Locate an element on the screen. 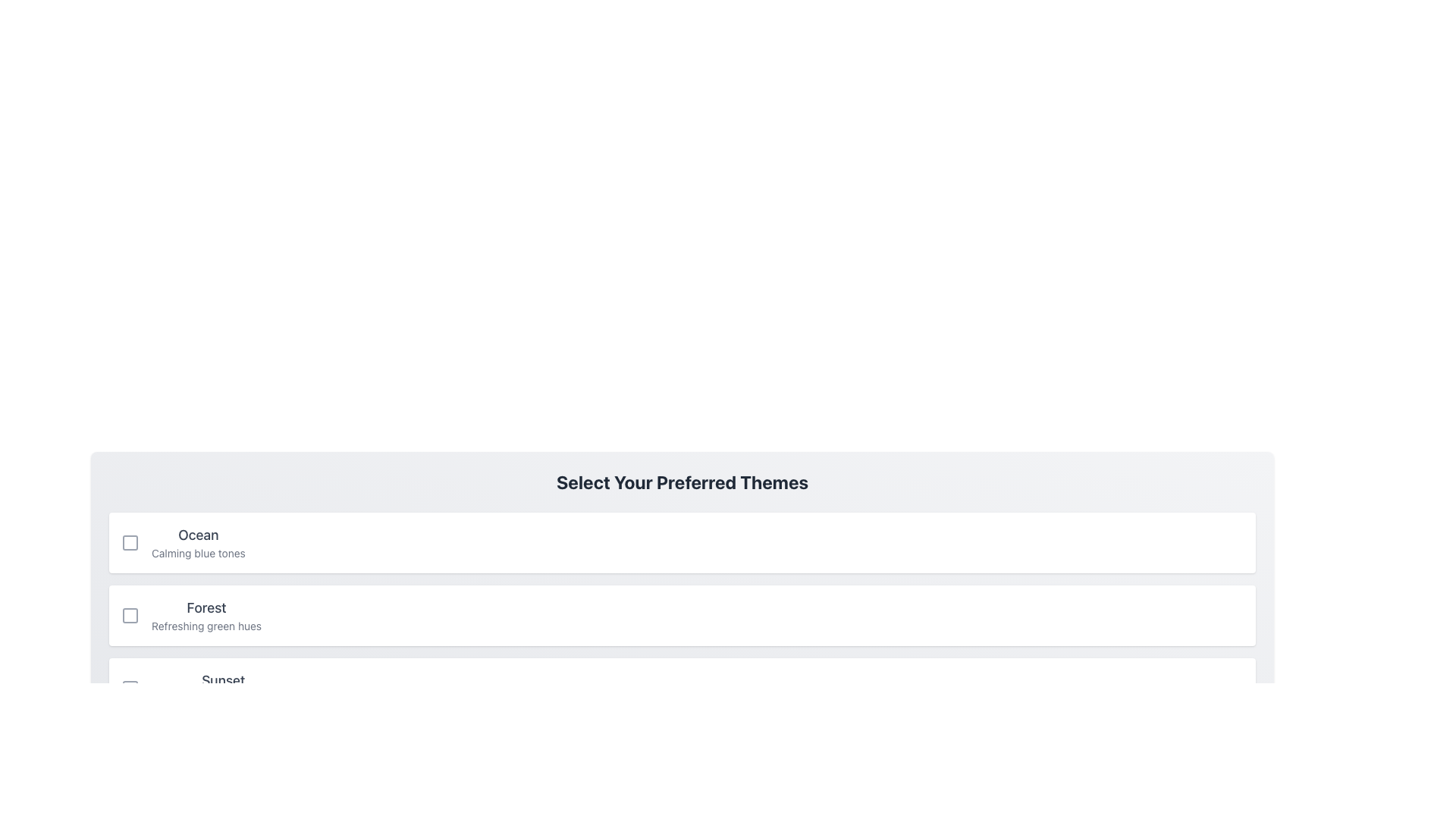  the text header labeled 'Select Your Preferred Themes', which is styled in bold, large gray font and positioned at the top of the content card is located at coordinates (682, 482).